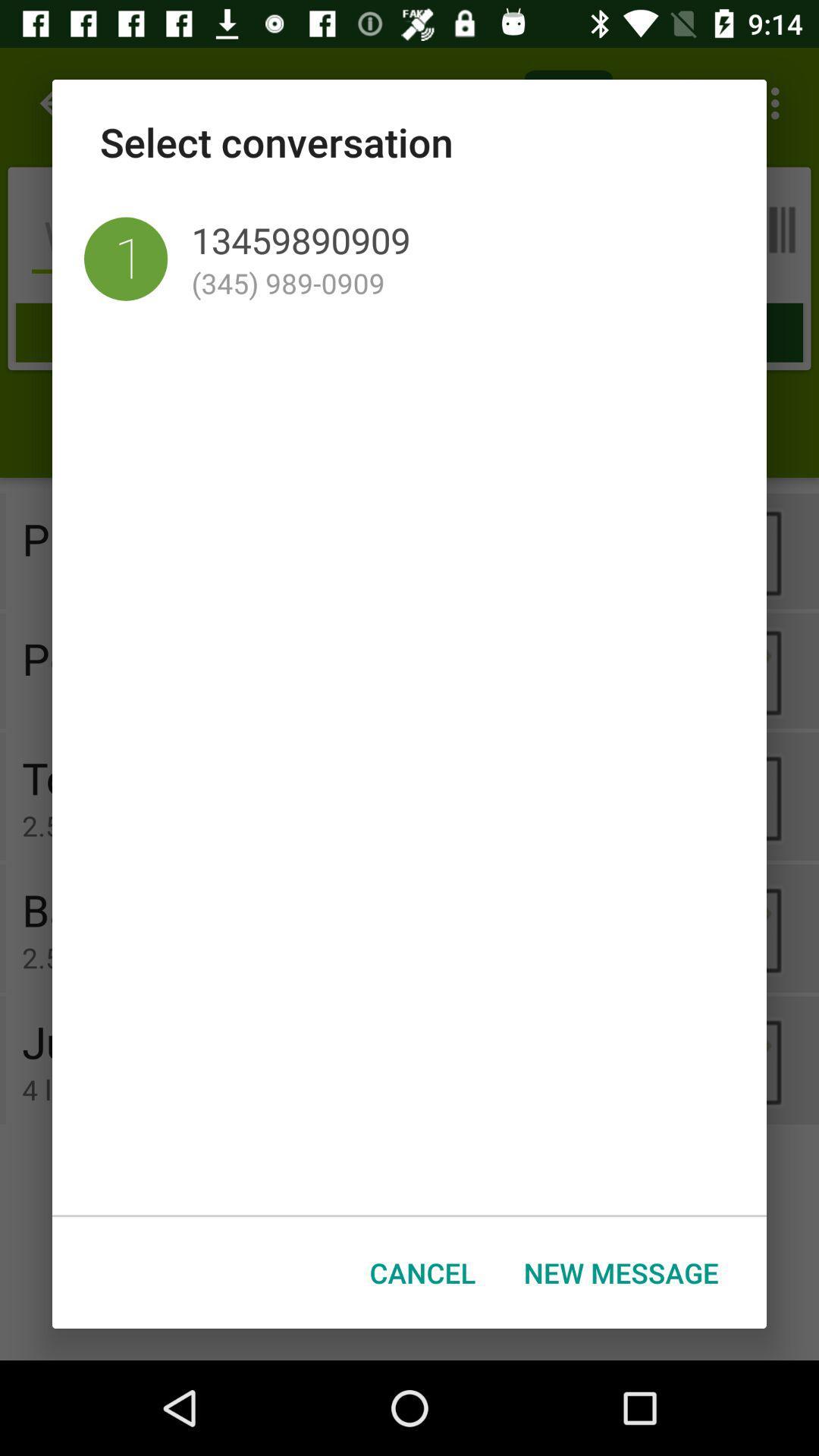 This screenshot has width=819, height=1456. What do you see at coordinates (621, 1272) in the screenshot?
I see `the item to the right of the cancel icon` at bounding box center [621, 1272].